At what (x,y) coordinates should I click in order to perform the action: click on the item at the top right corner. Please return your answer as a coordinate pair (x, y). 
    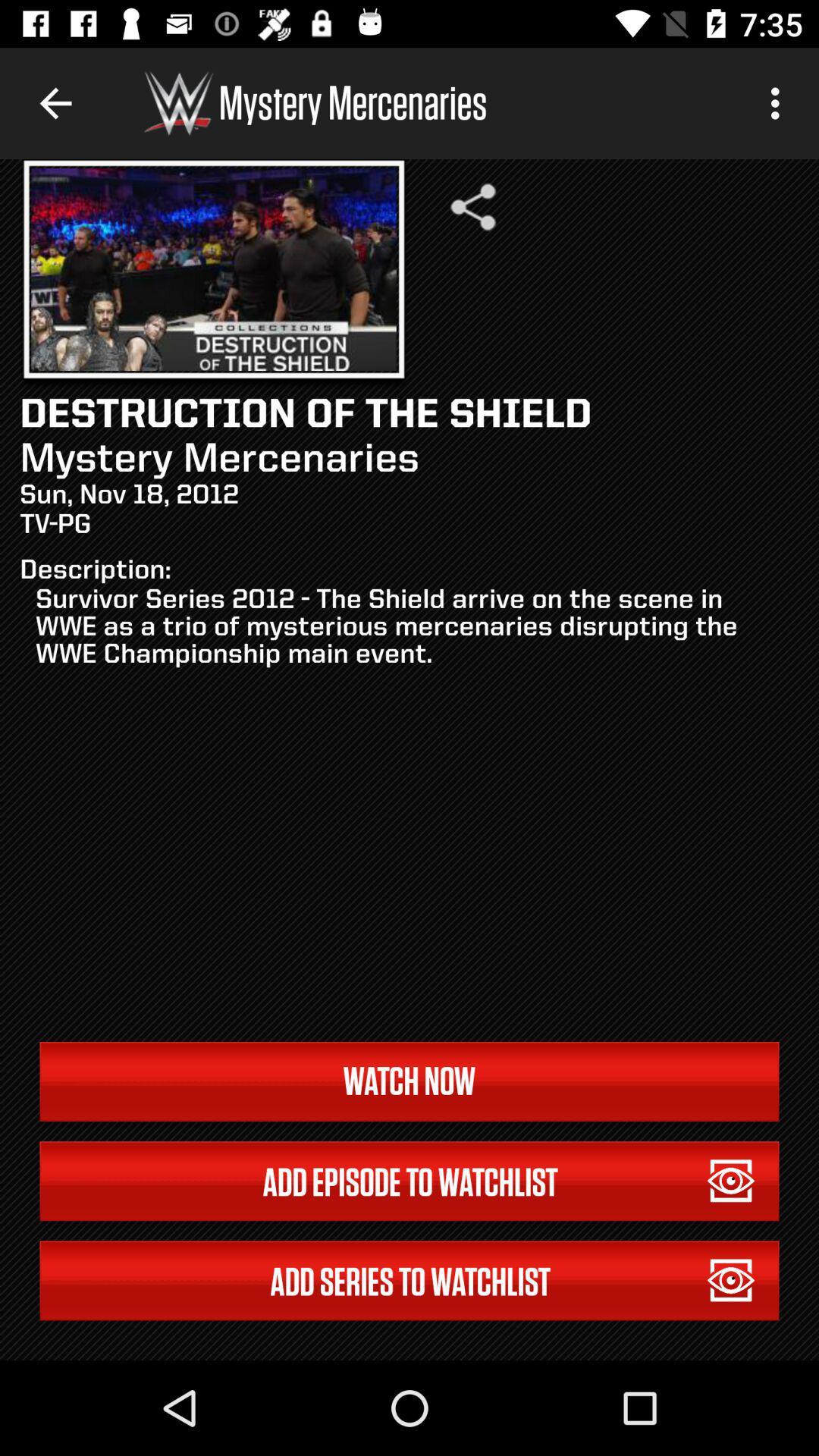
    Looking at the image, I should click on (779, 102).